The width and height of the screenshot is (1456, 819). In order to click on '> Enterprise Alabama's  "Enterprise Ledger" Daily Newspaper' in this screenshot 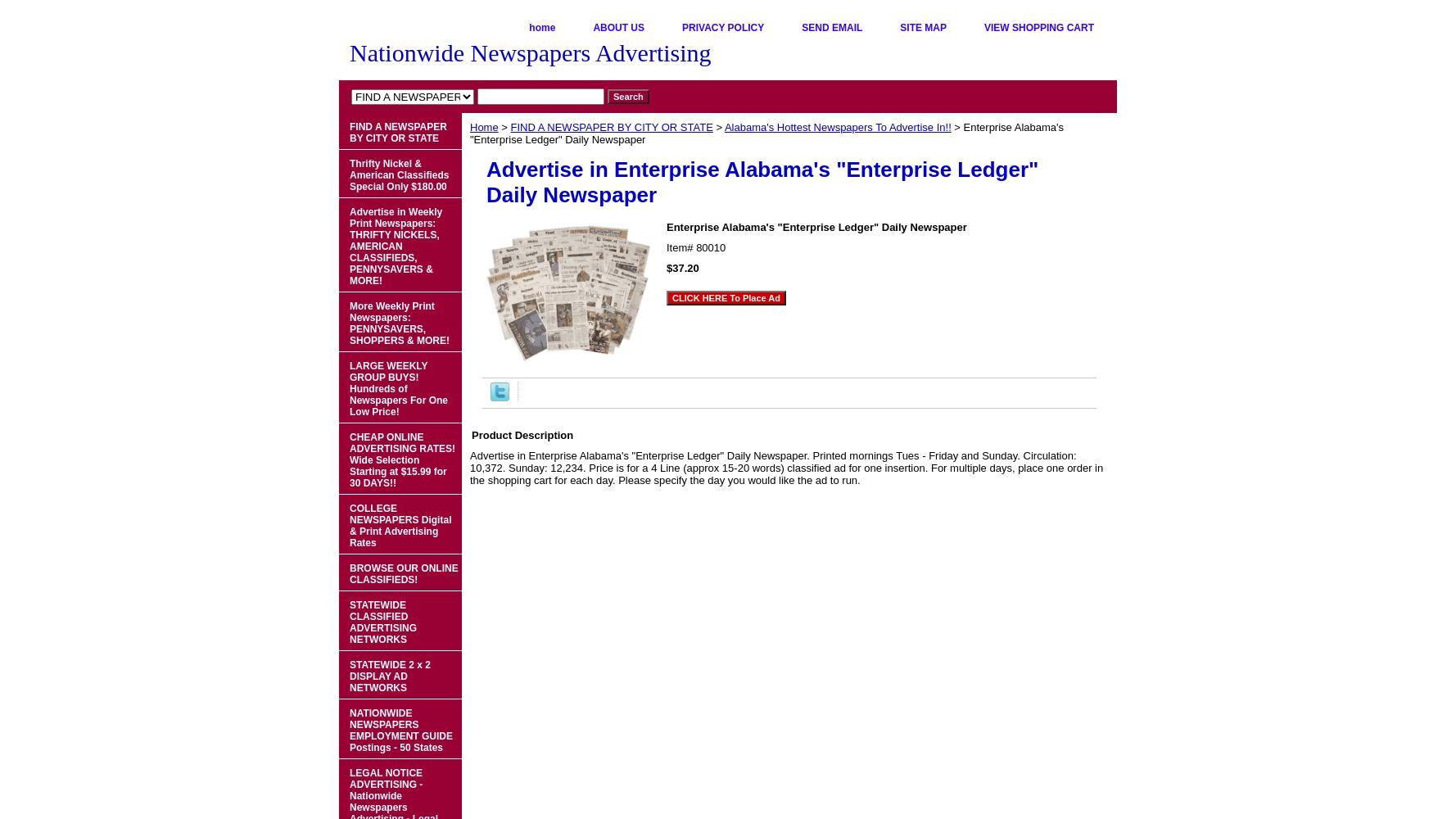, I will do `click(468, 133)`.